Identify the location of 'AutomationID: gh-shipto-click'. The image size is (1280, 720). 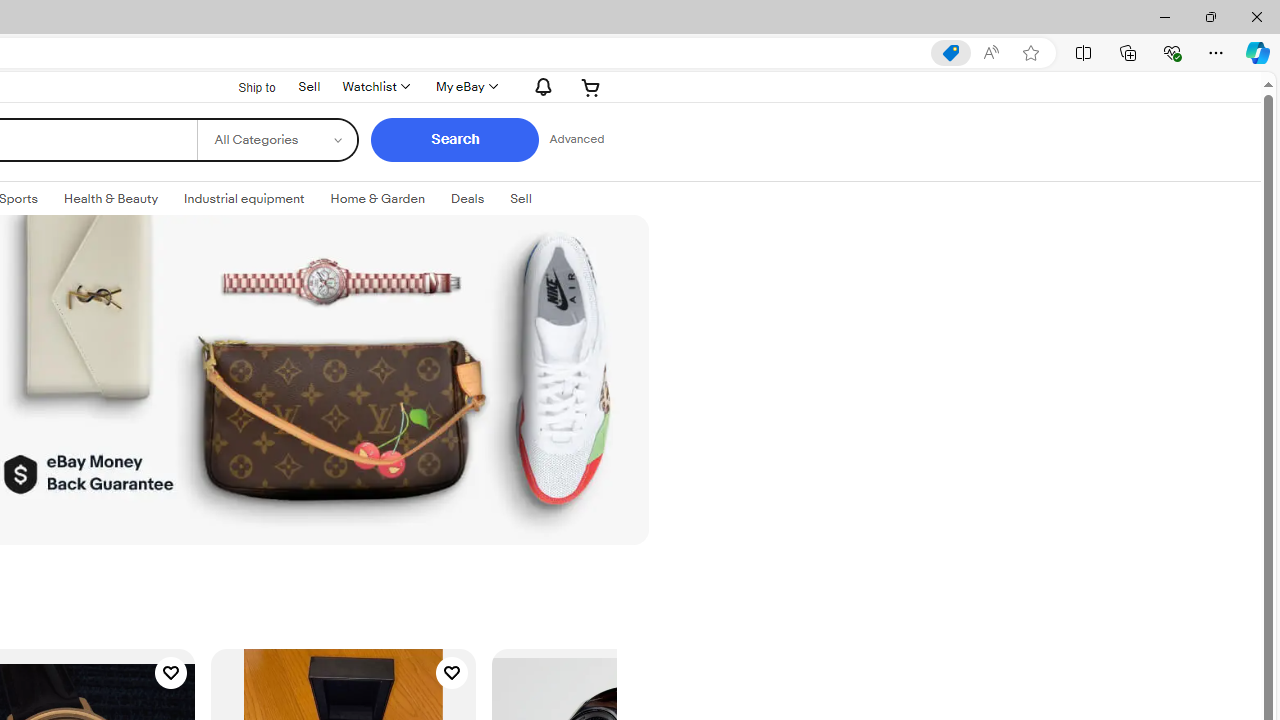
(243, 85).